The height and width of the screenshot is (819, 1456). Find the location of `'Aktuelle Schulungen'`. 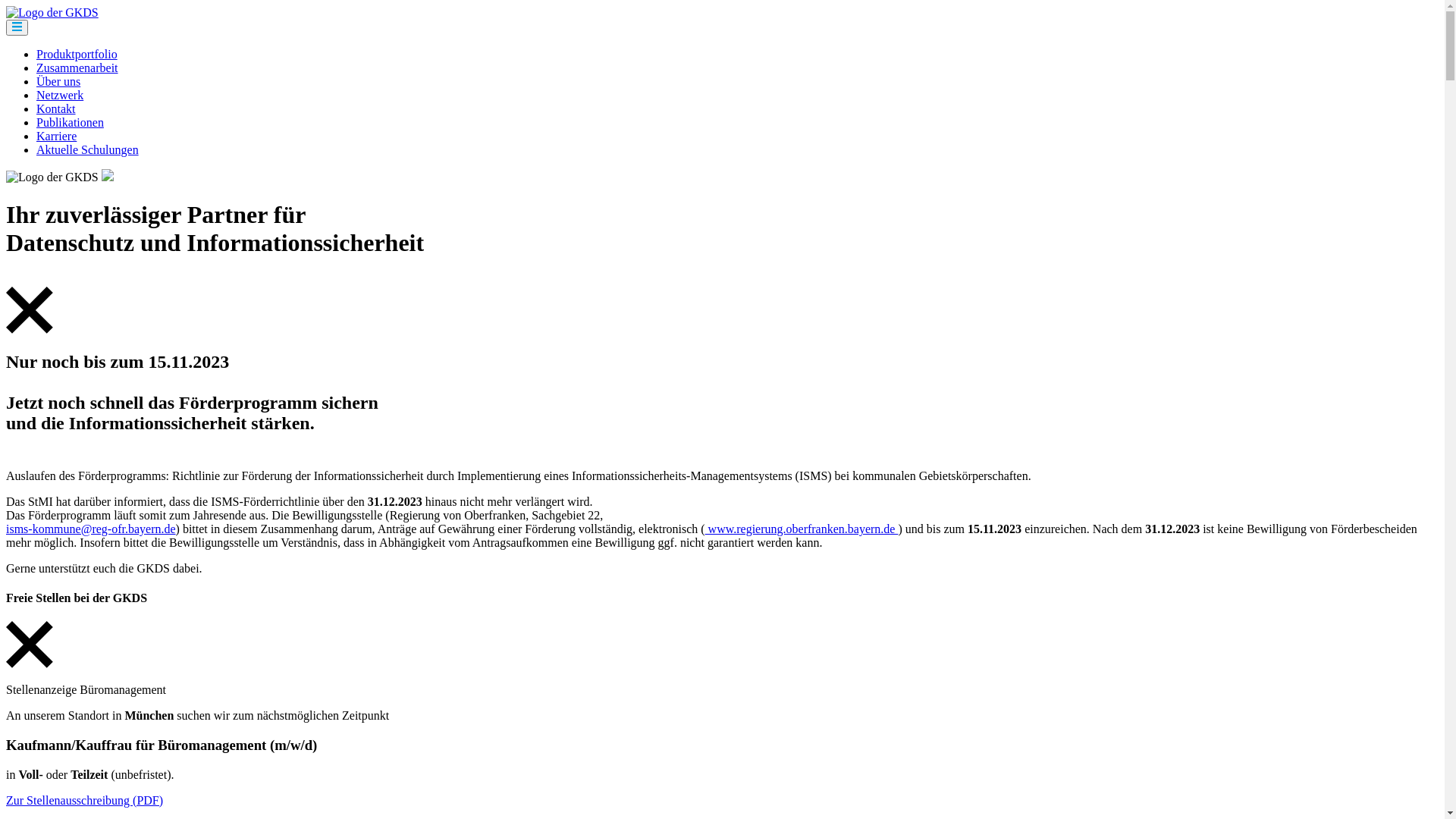

'Aktuelle Schulungen' is located at coordinates (86, 149).